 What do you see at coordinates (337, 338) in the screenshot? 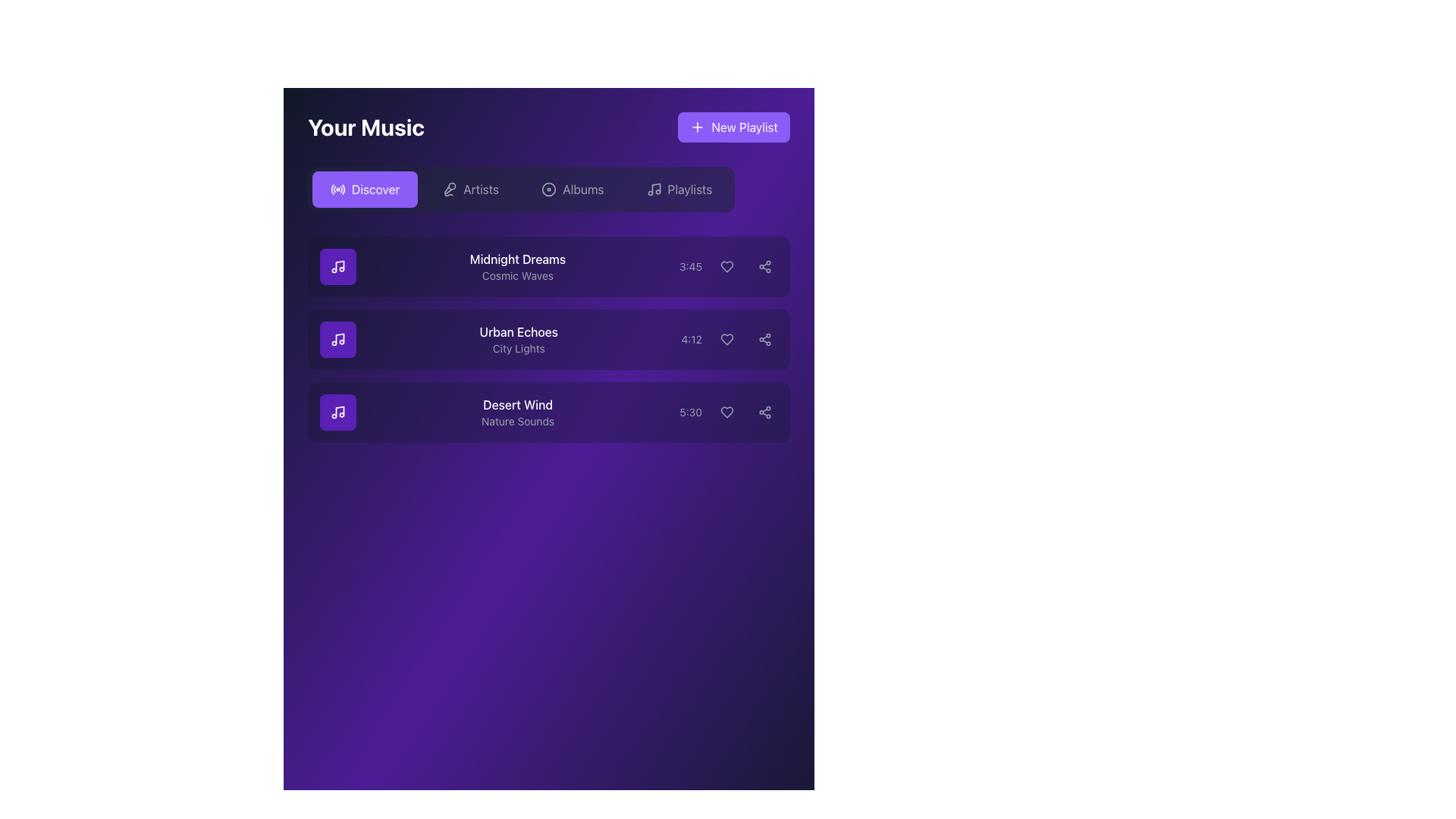
I see `the small white music note icon located within a purple circular background on the second music card, which is directly to the left of the text 'Urban Echoes'` at bounding box center [337, 338].